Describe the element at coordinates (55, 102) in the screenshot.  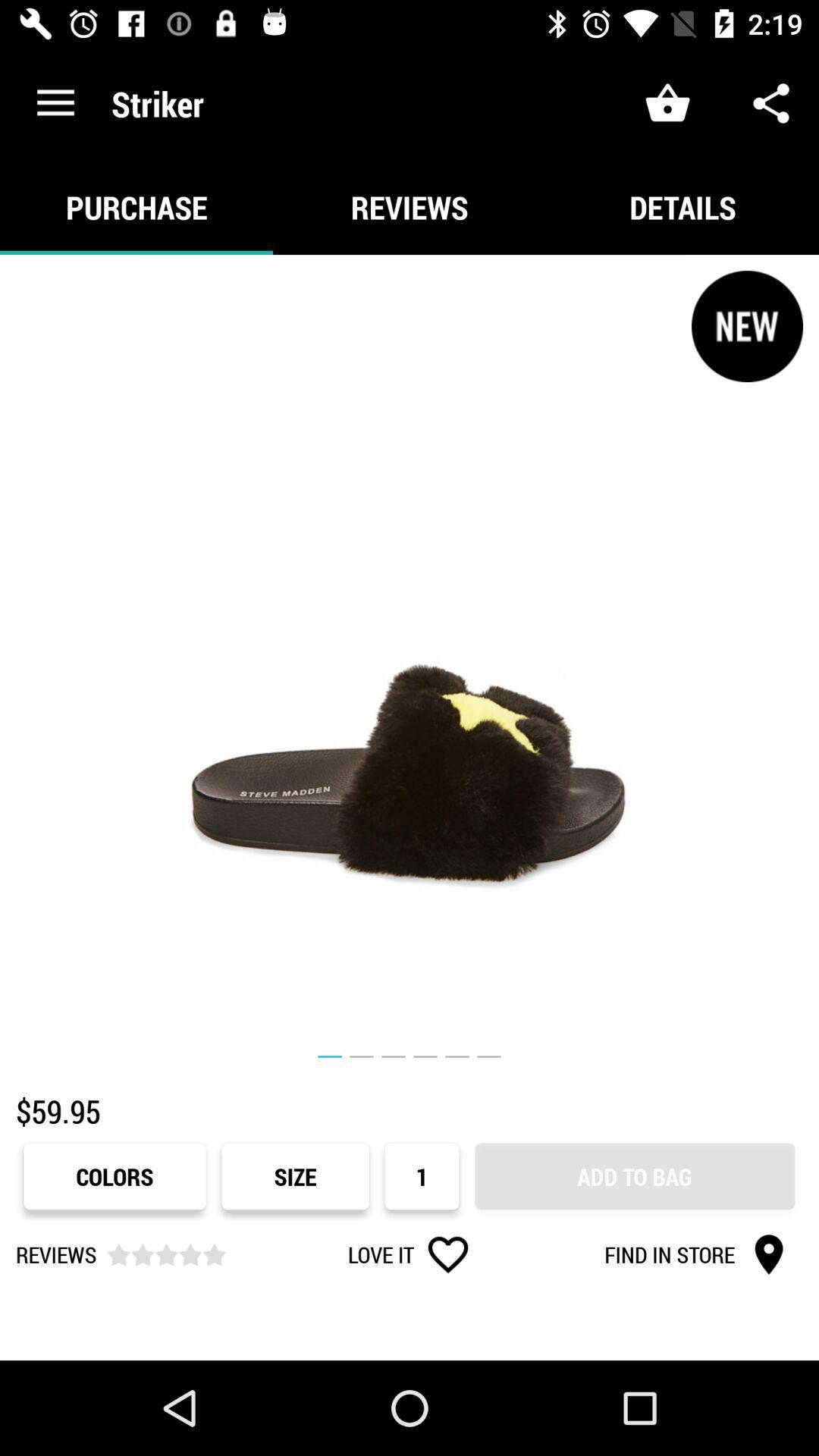
I see `item next to the striker` at that location.